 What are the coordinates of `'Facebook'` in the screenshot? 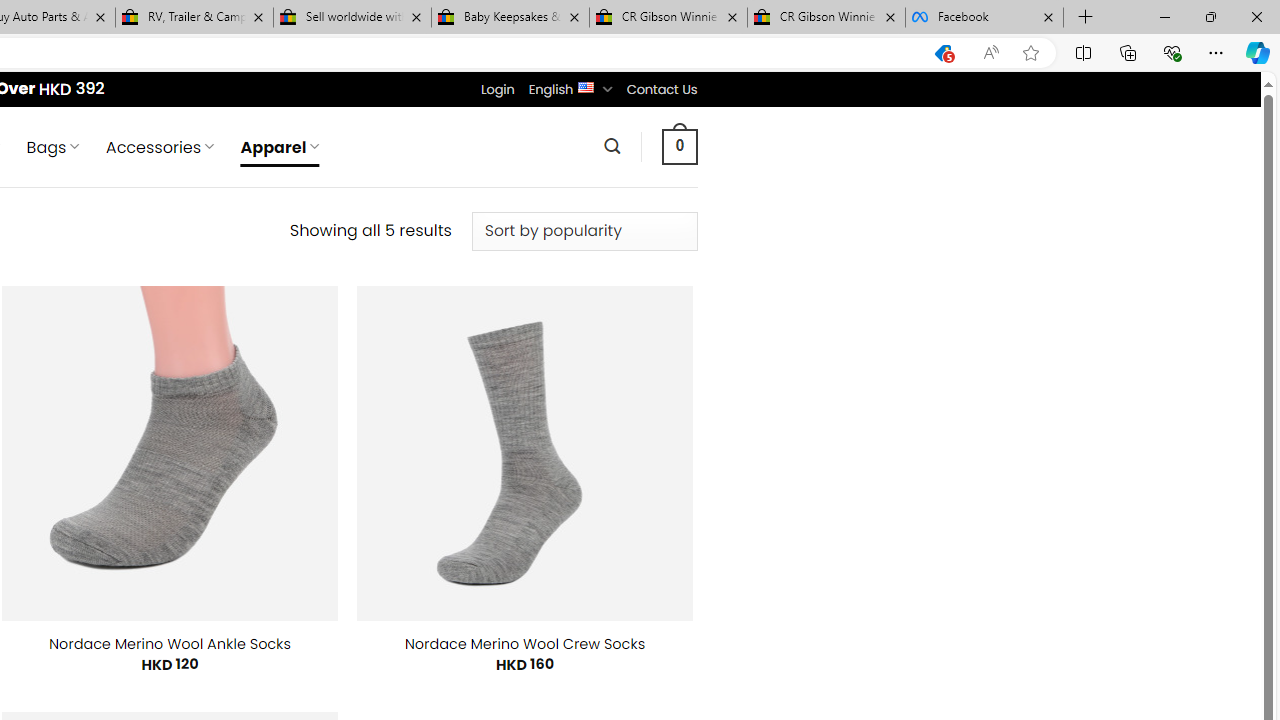 It's located at (984, 17).